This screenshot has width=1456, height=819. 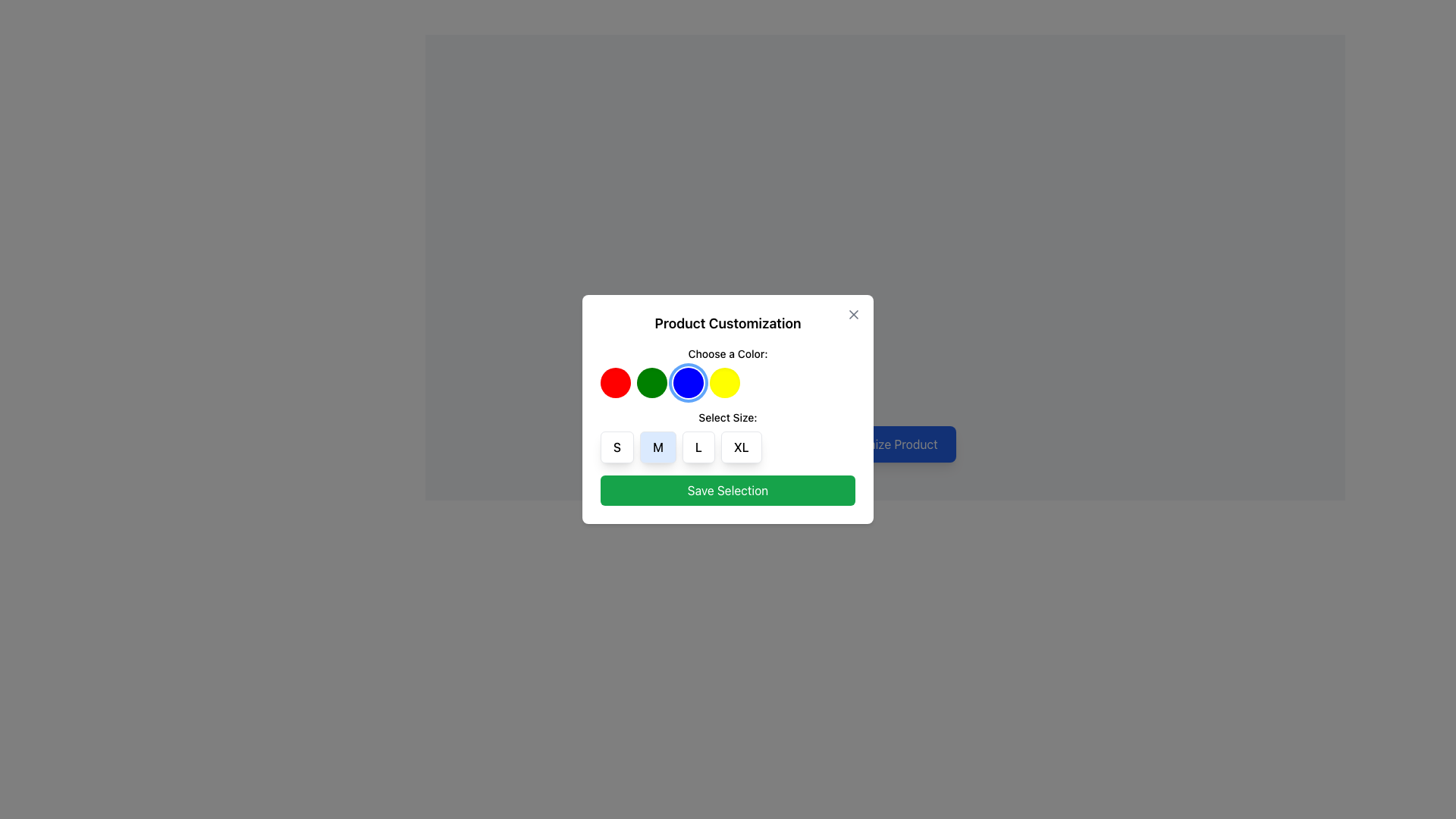 I want to click on the 'Product Customization' text label, which is a prominent header in the modal window, styled in bold and large font, so click(x=728, y=323).